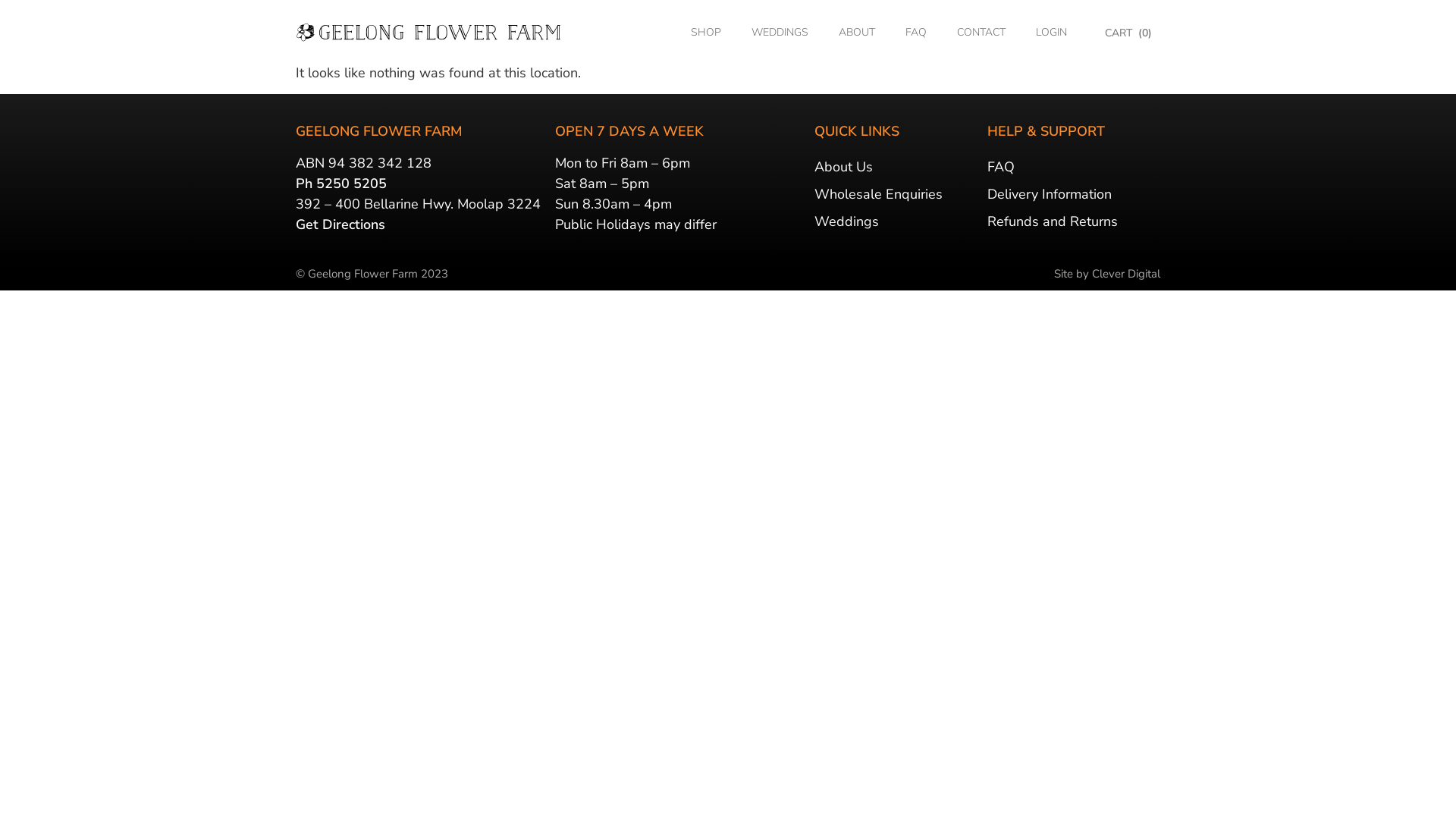 The image size is (1456, 819). I want to click on 'CONTACT', so click(941, 32).